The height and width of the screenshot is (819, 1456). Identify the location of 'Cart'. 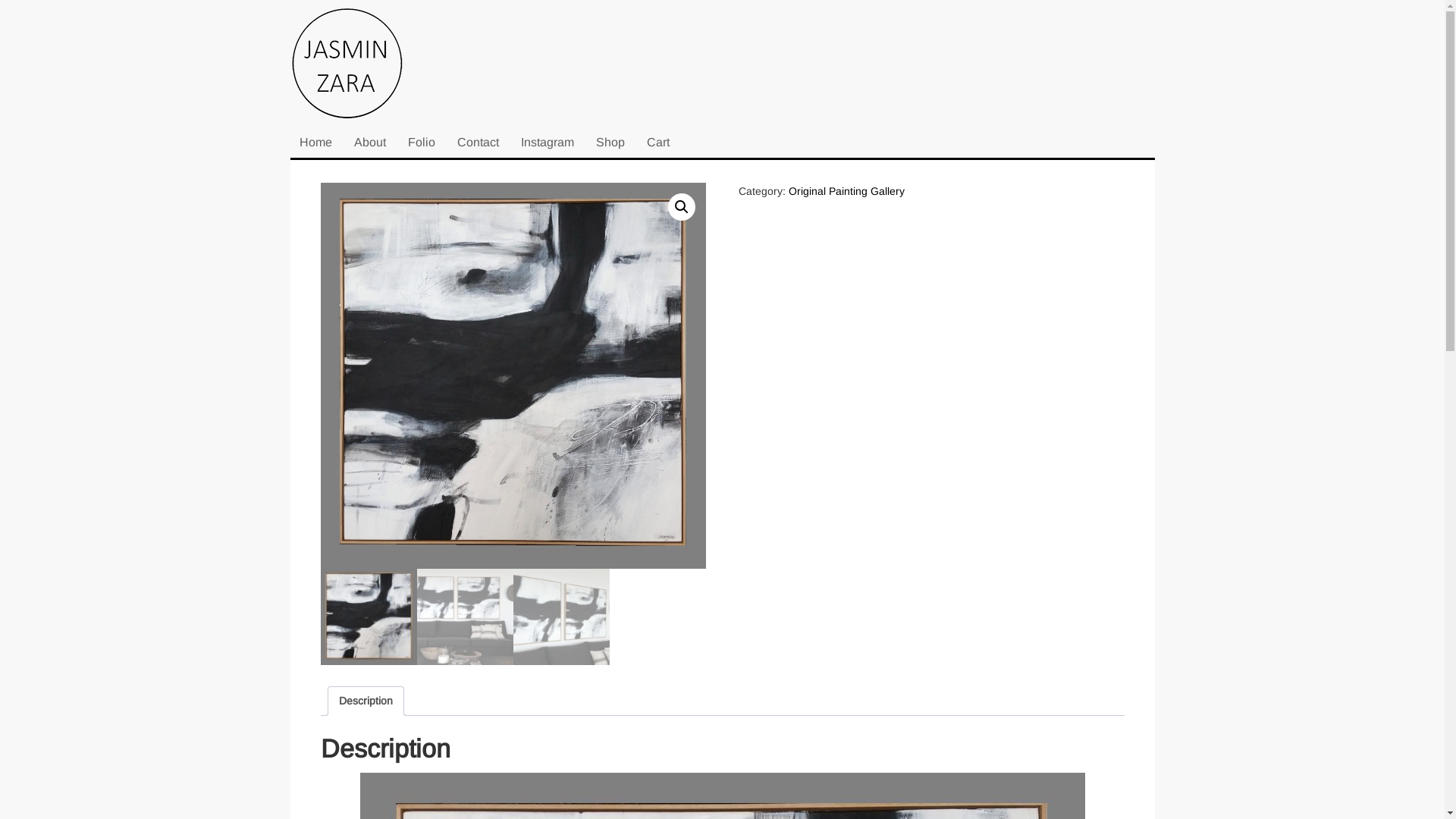
(657, 143).